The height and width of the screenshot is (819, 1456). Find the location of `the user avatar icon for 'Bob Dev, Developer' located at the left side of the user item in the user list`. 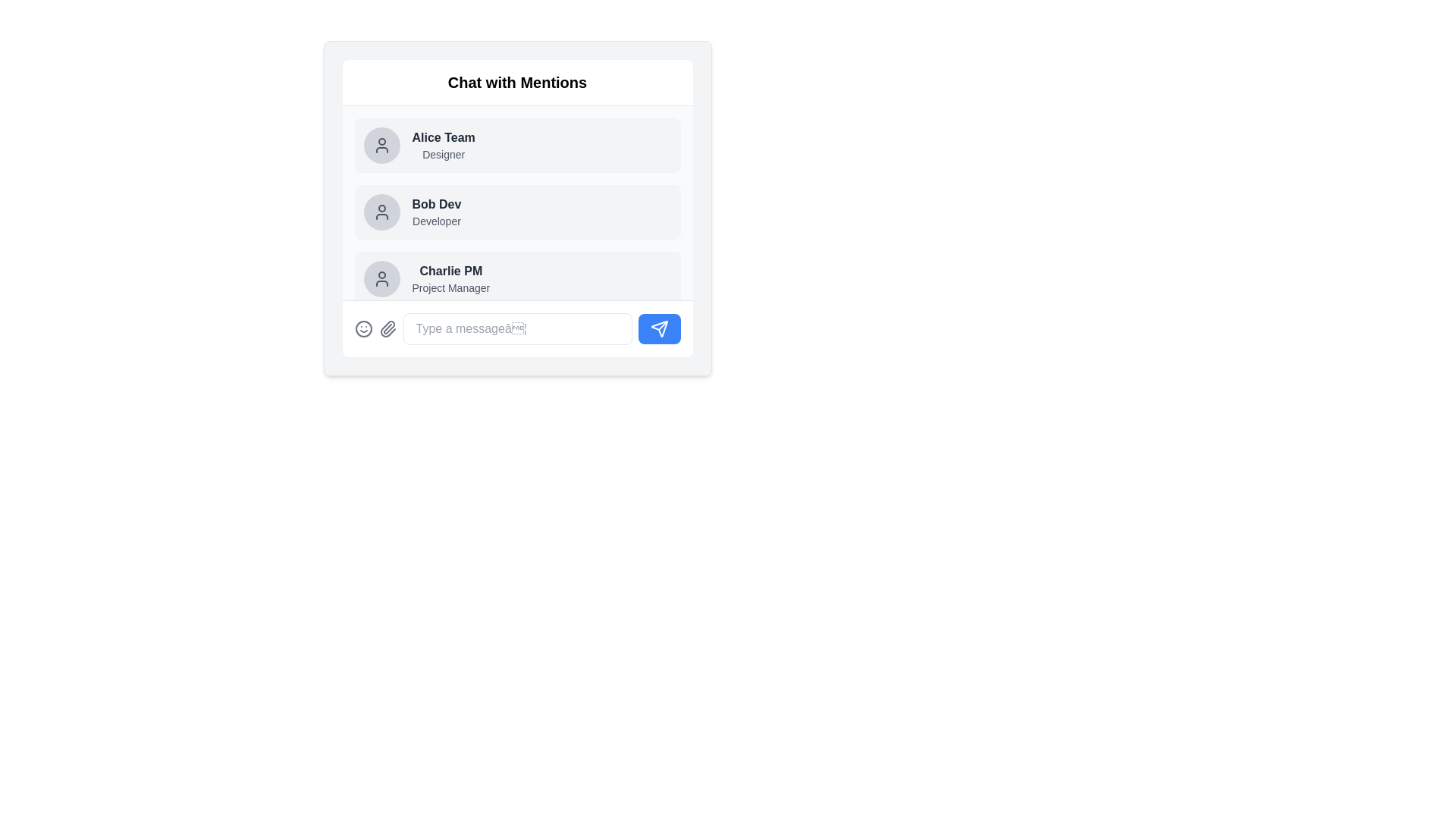

the user avatar icon for 'Bob Dev, Developer' located at the left side of the user item in the user list is located at coordinates (381, 212).